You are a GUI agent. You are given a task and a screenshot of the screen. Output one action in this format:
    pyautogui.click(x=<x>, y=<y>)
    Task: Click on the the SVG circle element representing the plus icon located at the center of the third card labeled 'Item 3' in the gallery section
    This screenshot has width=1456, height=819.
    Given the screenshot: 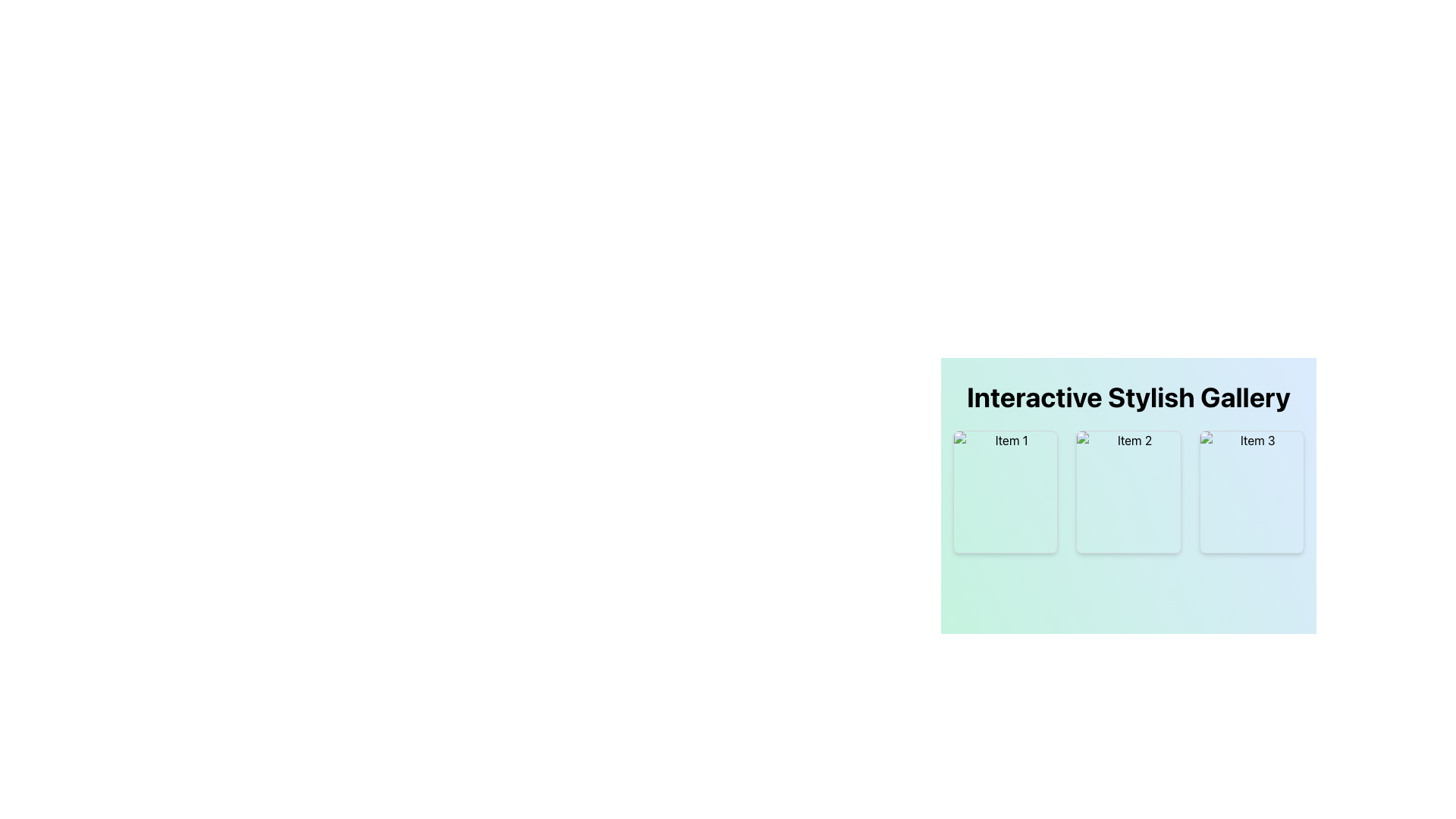 What is the action you would take?
    pyautogui.click(x=1251, y=491)
    